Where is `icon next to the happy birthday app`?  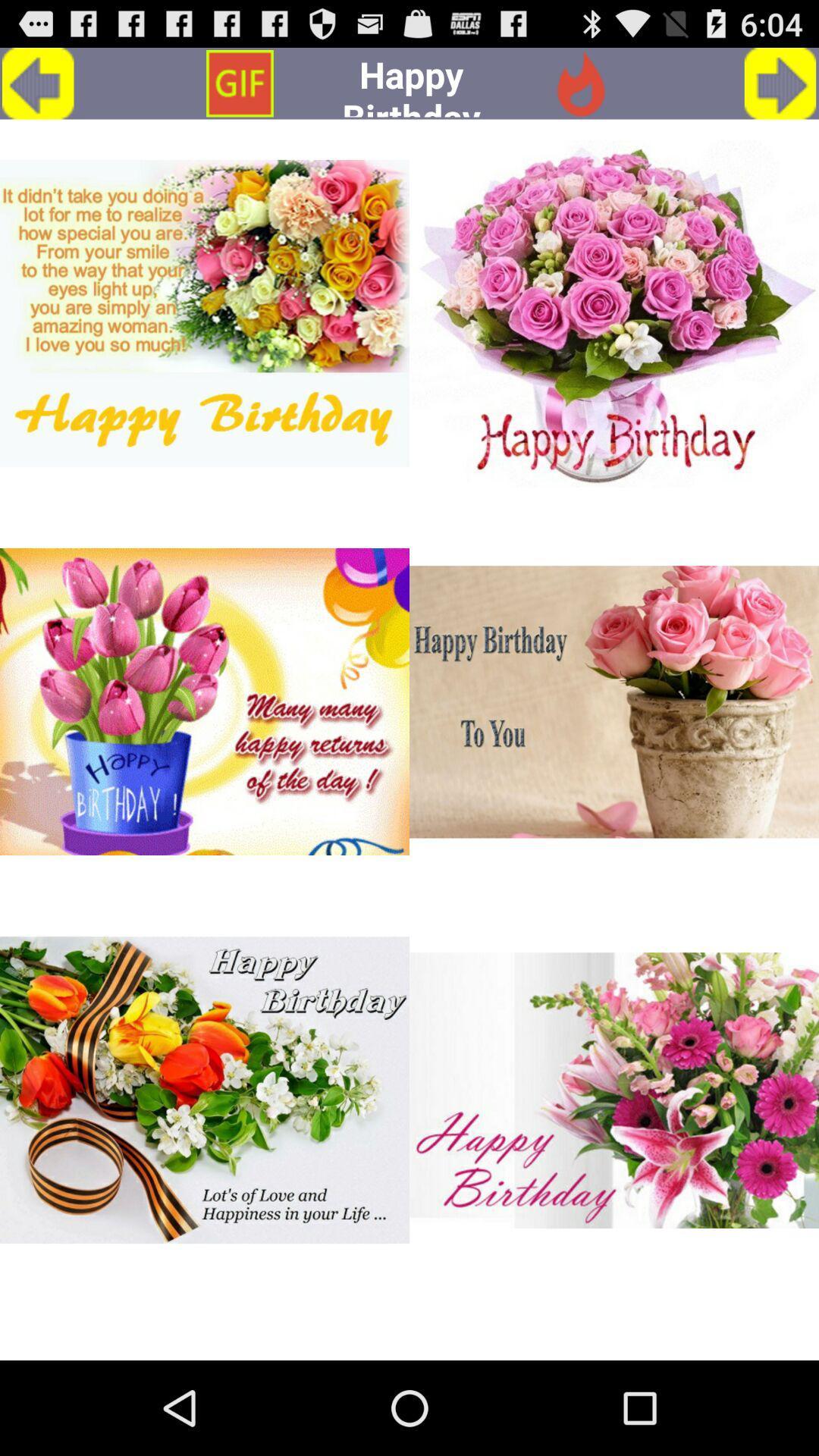 icon next to the happy birthday app is located at coordinates (580, 83).